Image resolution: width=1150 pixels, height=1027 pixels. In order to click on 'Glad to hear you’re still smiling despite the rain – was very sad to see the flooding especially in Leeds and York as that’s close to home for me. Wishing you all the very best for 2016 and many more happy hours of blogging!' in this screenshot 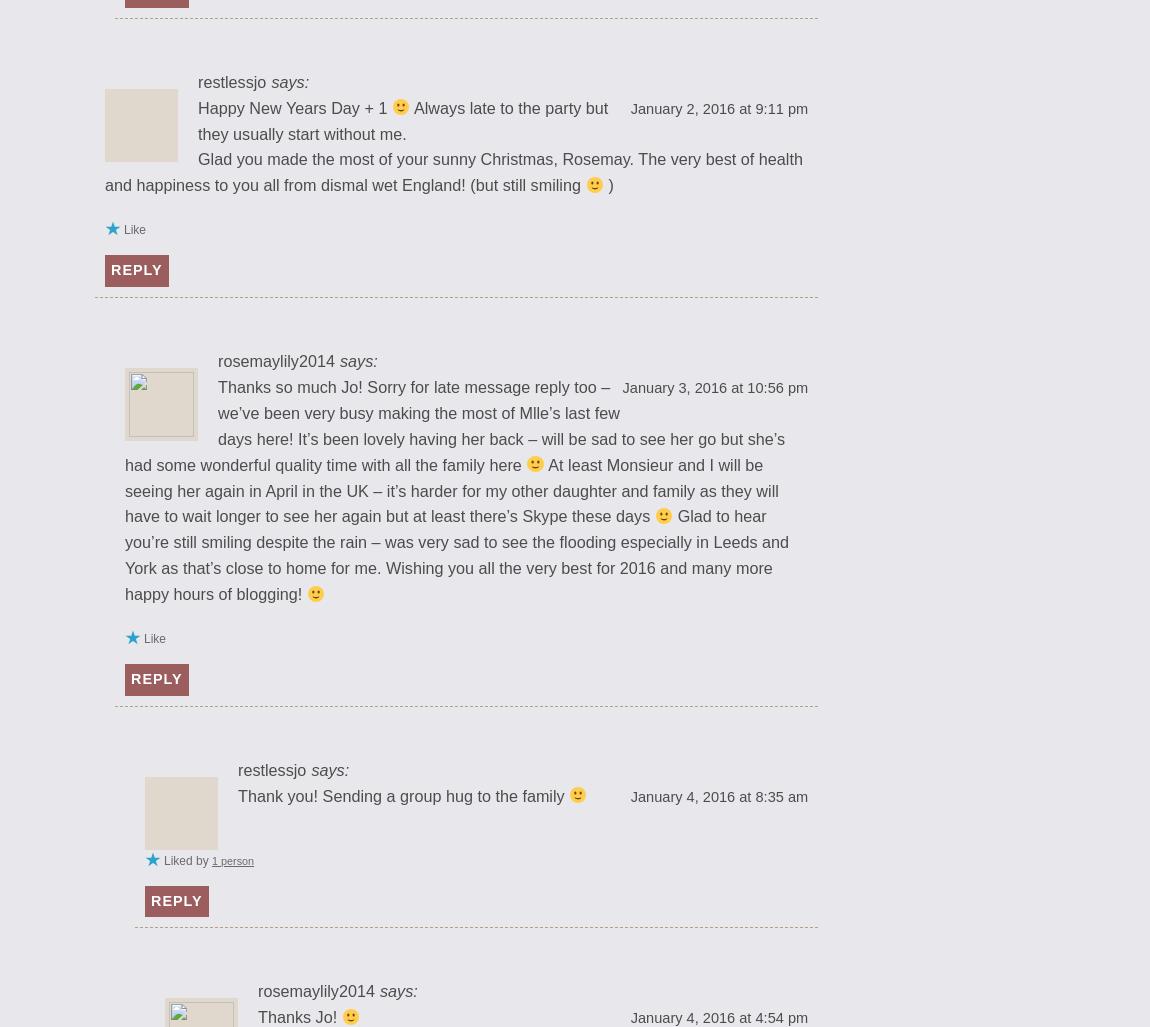, I will do `click(457, 553)`.